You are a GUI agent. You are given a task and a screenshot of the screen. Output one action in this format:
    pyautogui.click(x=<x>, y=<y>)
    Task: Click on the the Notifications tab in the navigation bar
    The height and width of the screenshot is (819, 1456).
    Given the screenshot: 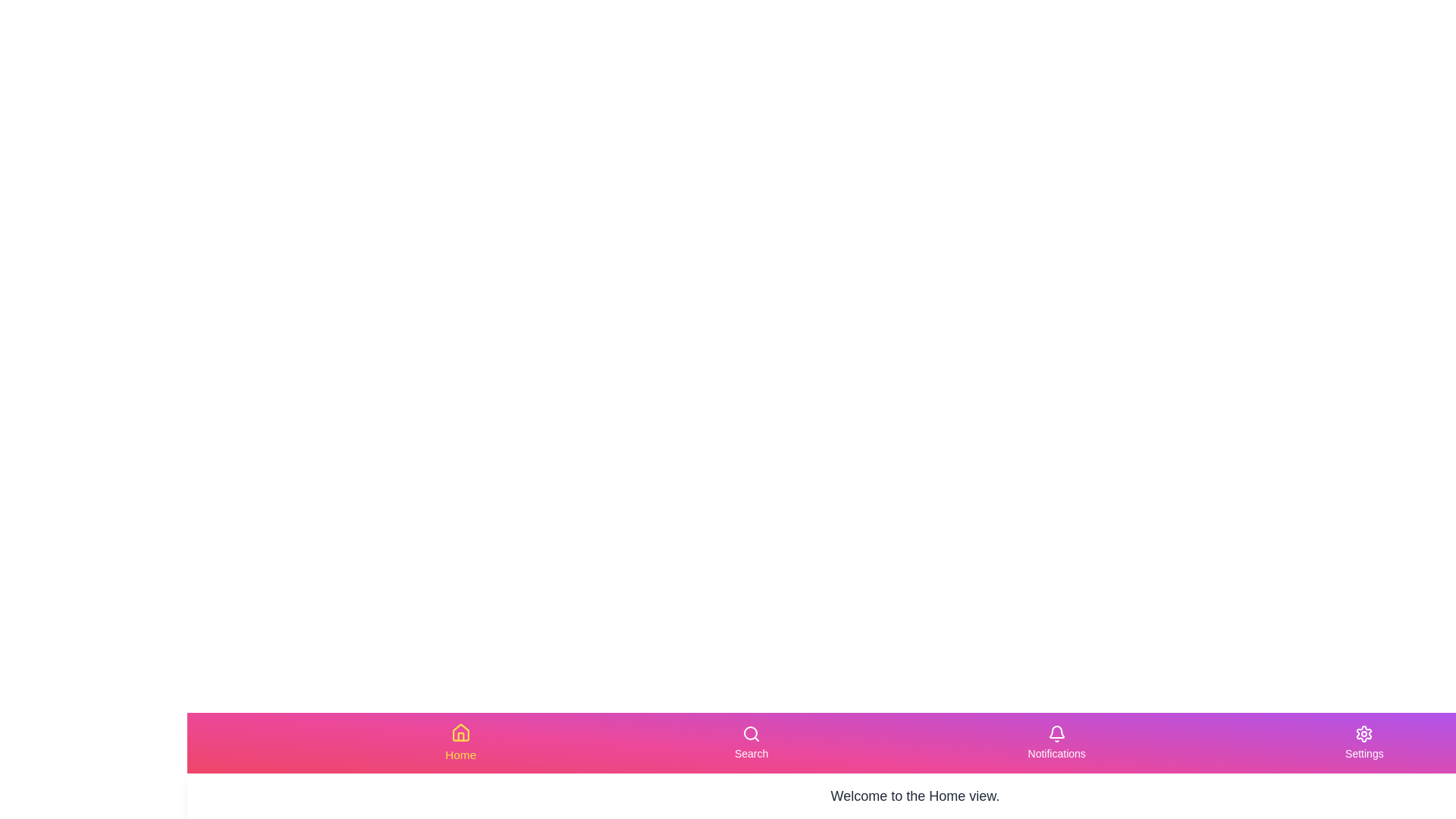 What is the action you would take?
    pyautogui.click(x=1056, y=742)
    